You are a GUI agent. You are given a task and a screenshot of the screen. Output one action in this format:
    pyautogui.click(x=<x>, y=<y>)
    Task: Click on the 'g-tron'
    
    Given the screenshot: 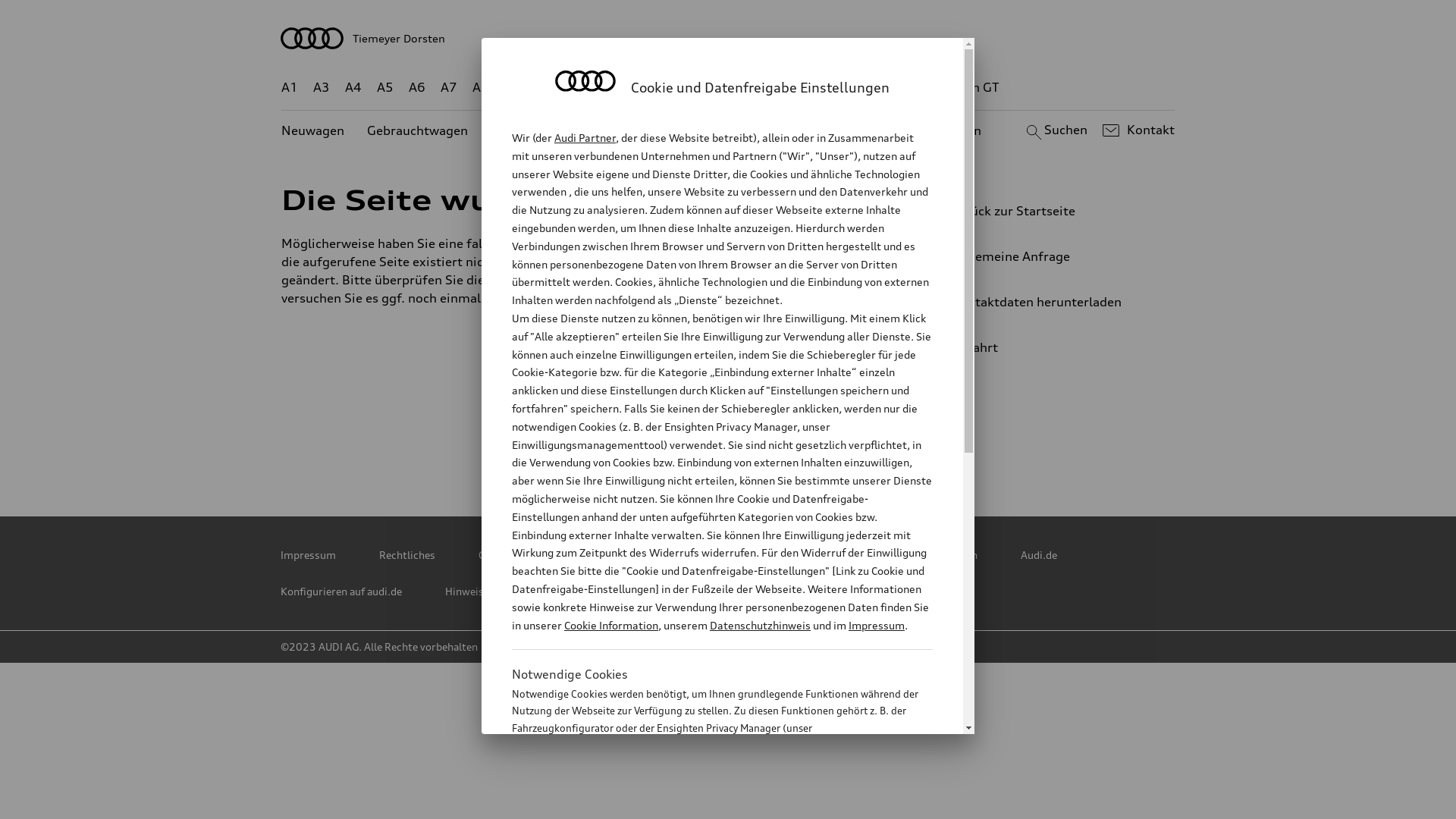 What is the action you would take?
    pyautogui.click(x=908, y=87)
    